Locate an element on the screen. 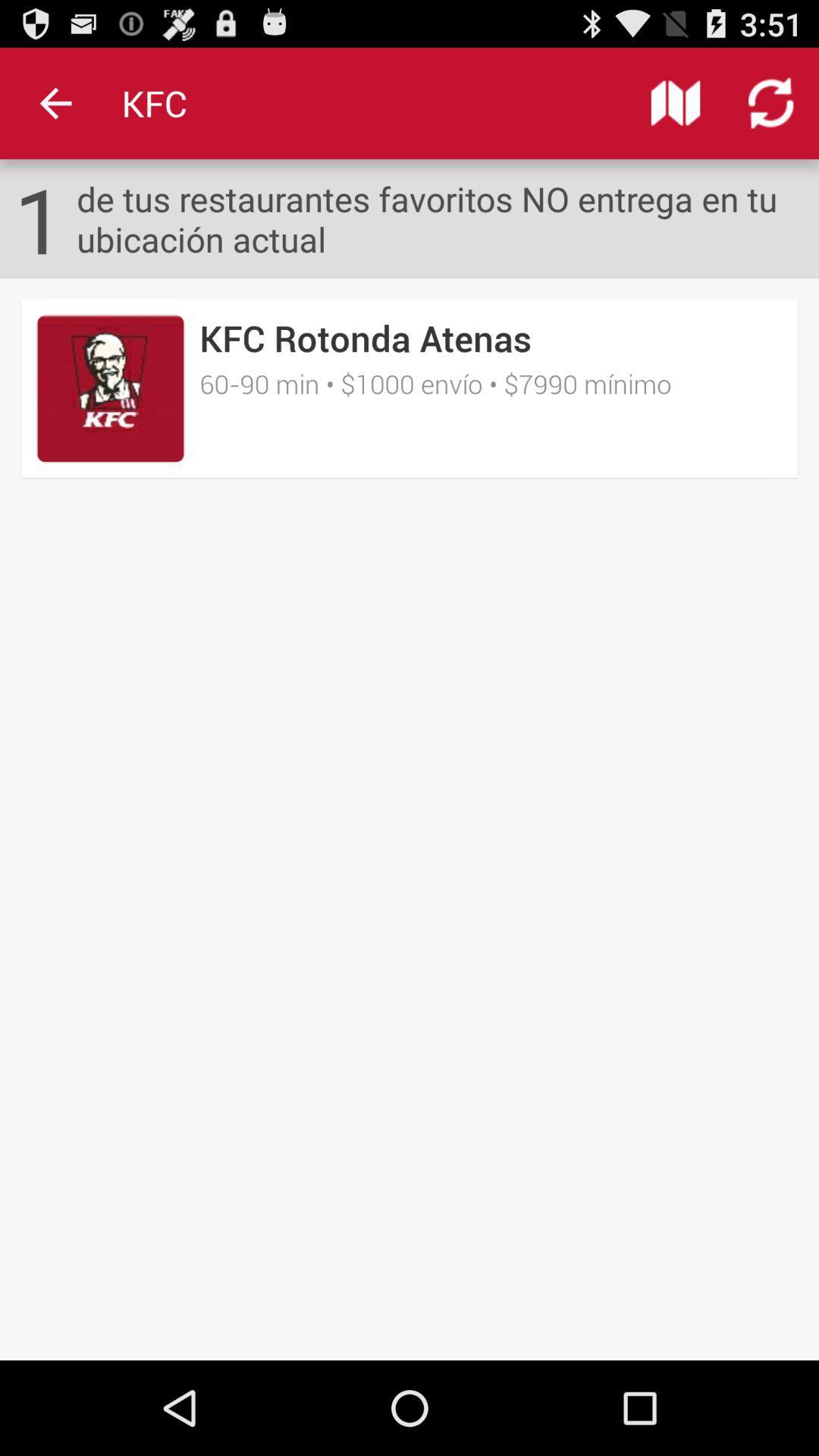 The width and height of the screenshot is (819, 1456). item next to kfc is located at coordinates (55, 102).